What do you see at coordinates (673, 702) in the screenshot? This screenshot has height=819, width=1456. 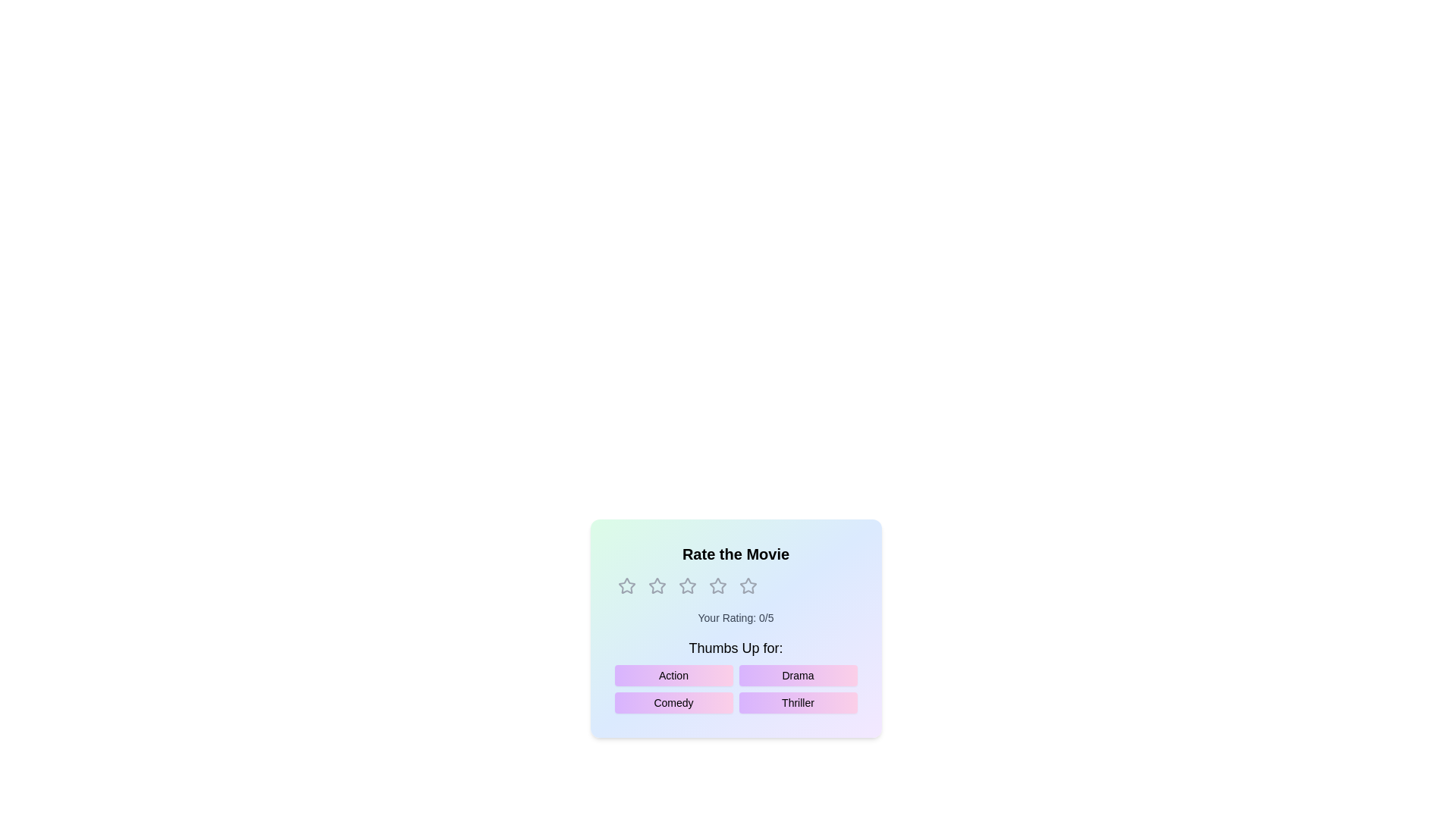 I see `the Comedy button` at bounding box center [673, 702].